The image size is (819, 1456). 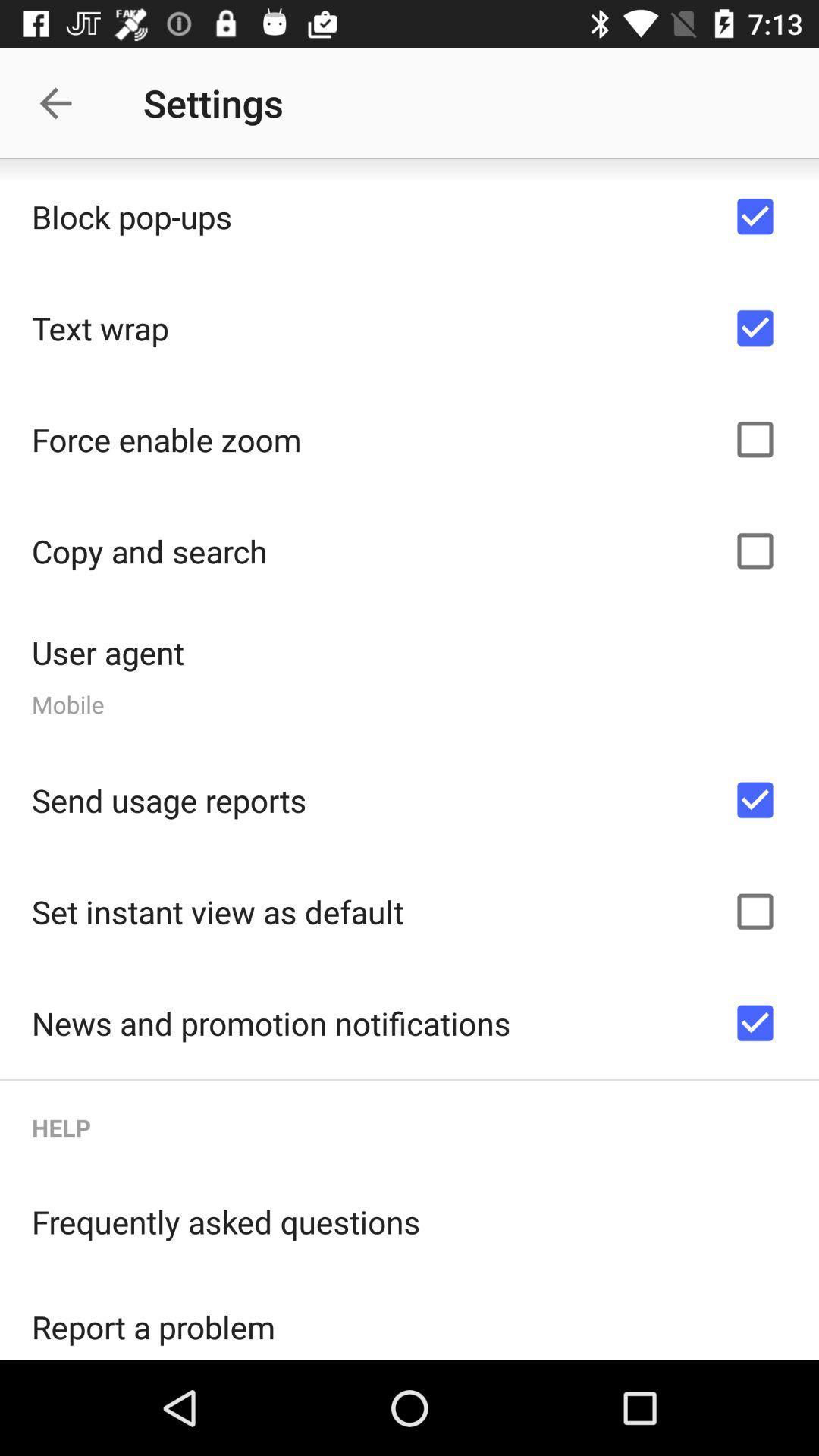 I want to click on the arrow_backward icon, so click(x=63, y=102).